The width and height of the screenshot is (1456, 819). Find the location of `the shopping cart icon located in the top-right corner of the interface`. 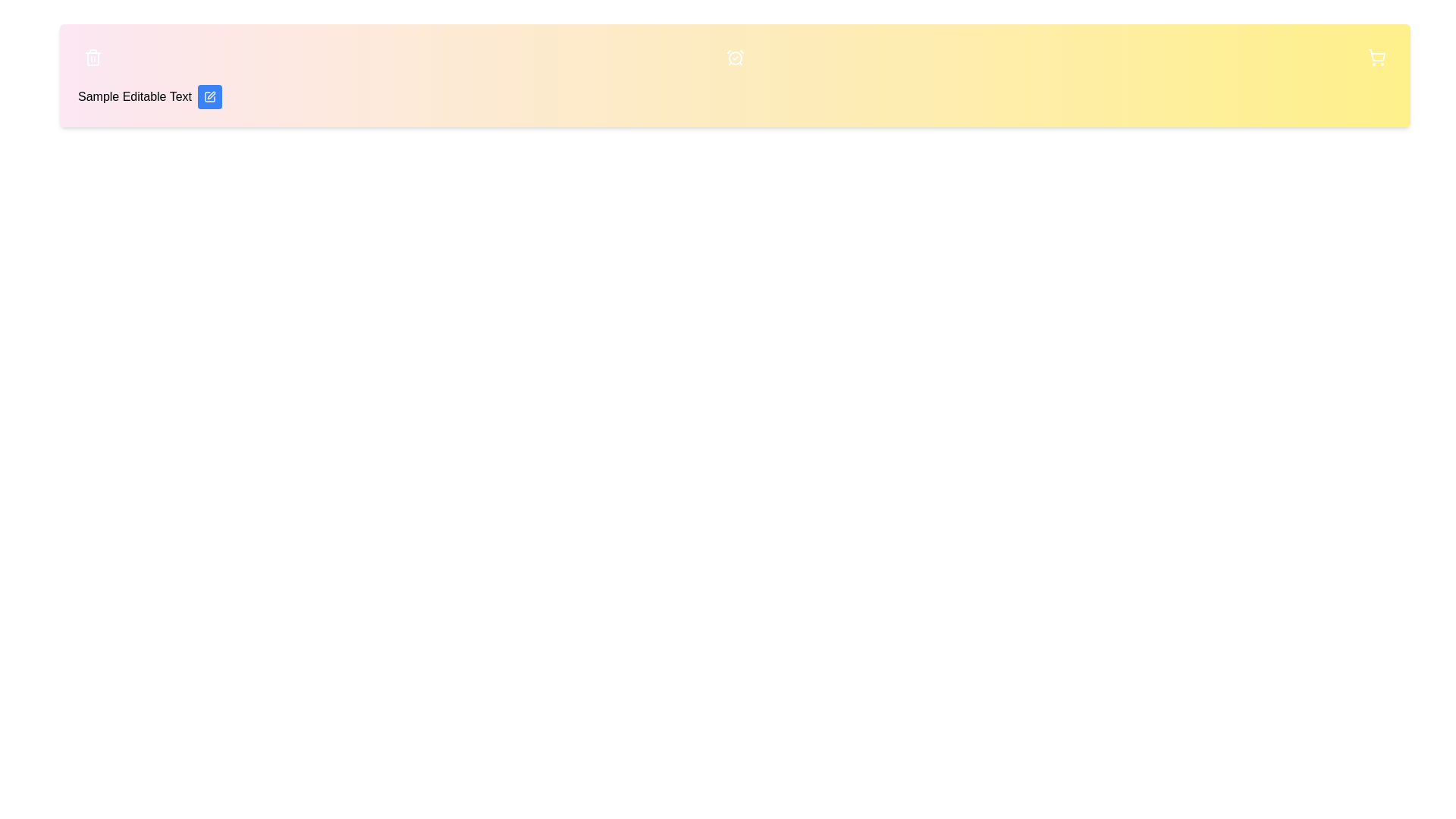

the shopping cart icon located in the top-right corner of the interface is located at coordinates (1376, 57).